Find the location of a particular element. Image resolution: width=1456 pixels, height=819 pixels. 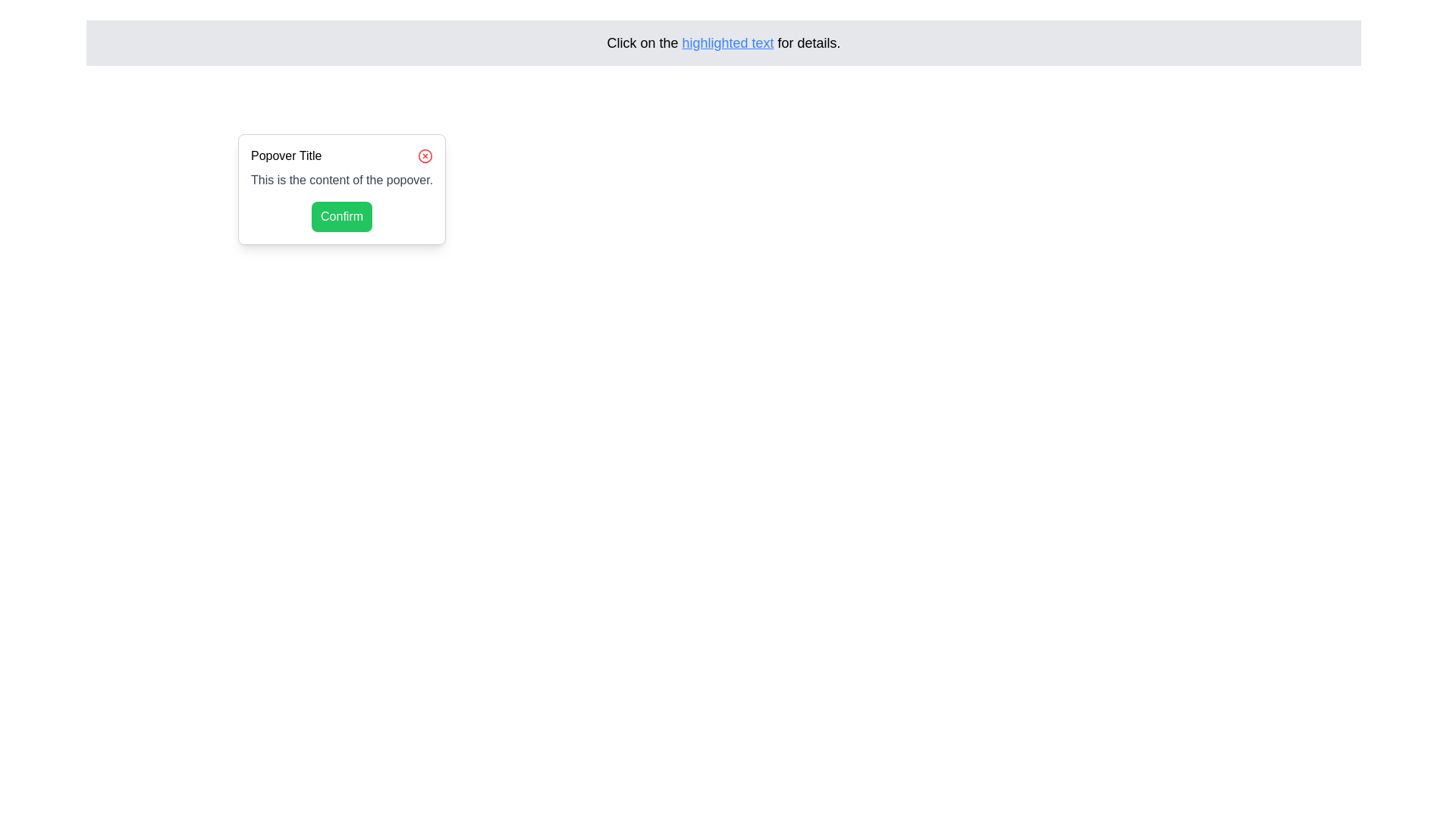

text heading displaying 'Popover Title' located at the top left of the popover interface is located at coordinates (286, 155).